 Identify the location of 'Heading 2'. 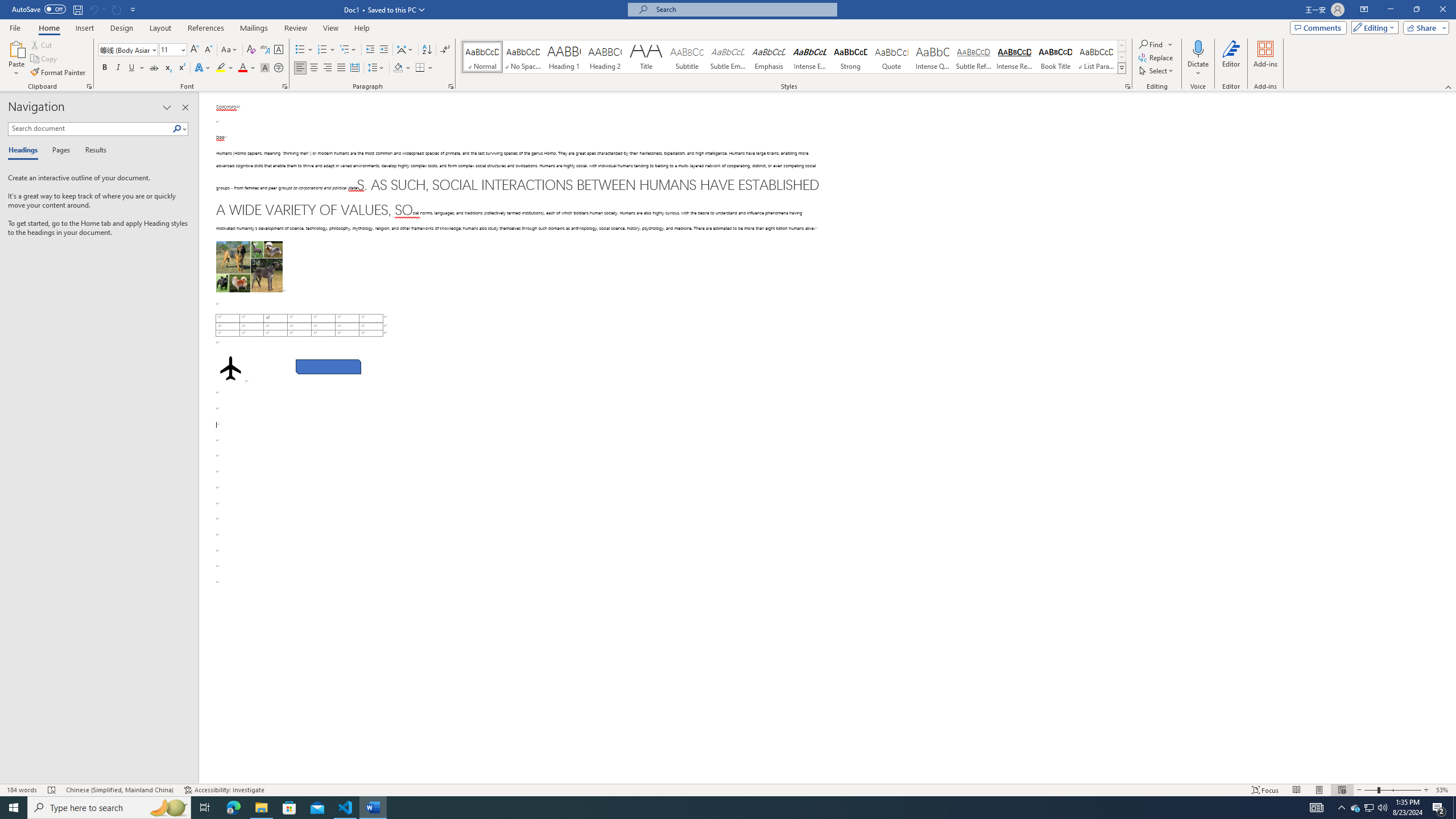
(605, 56).